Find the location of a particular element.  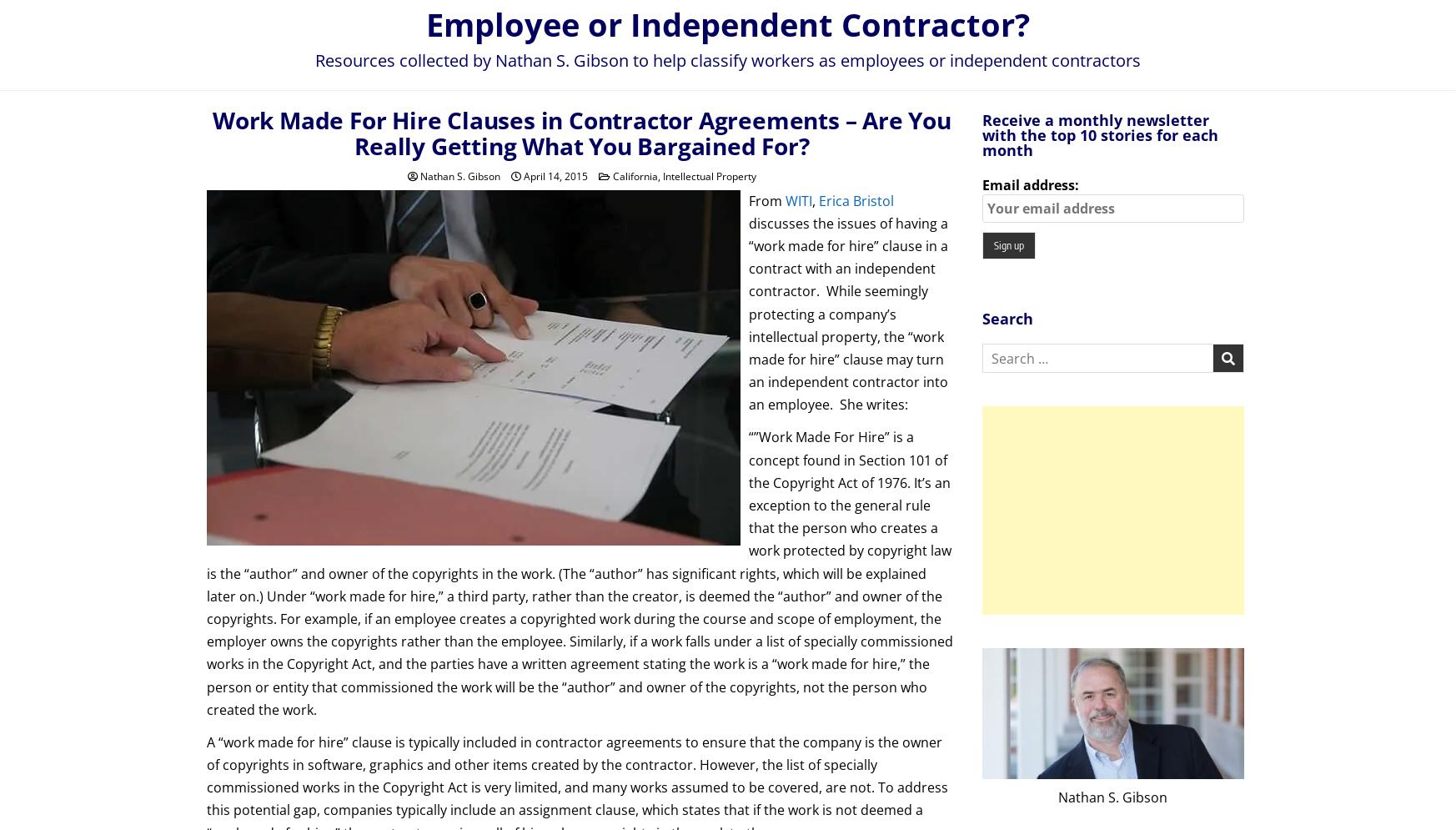

'Intellectual Property' is located at coordinates (710, 174).